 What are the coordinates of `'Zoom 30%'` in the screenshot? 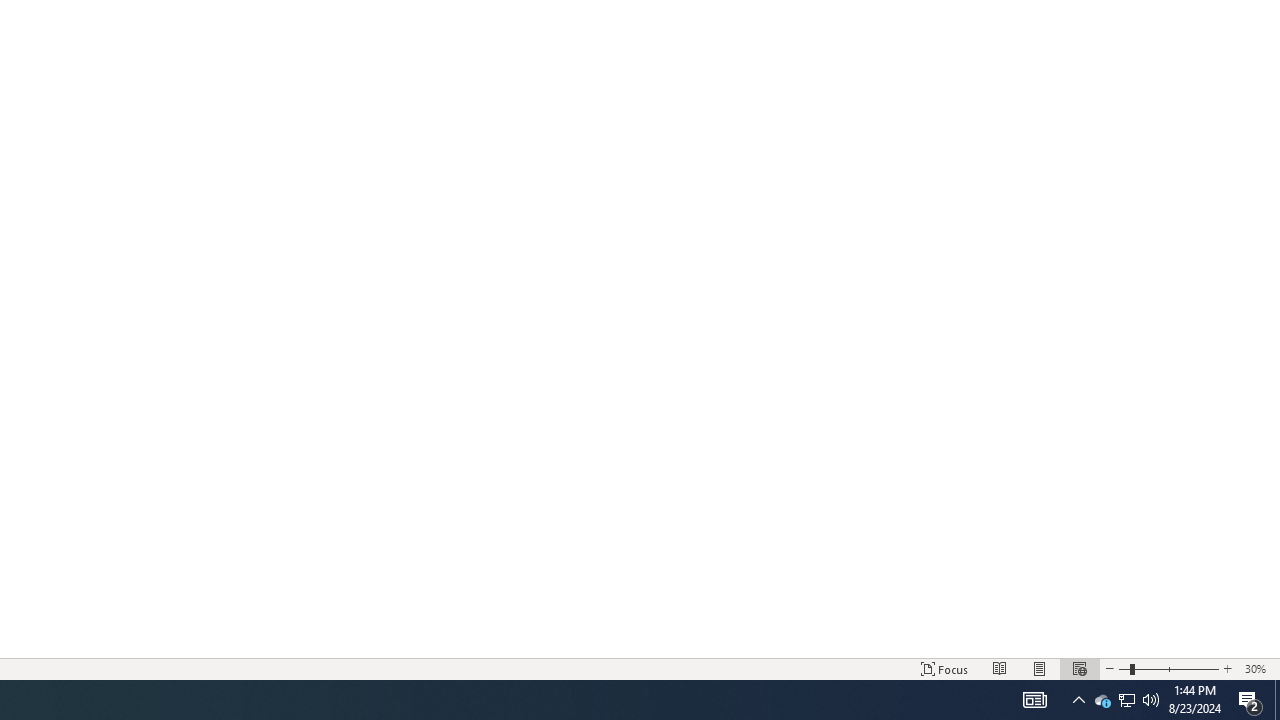 It's located at (1257, 669).